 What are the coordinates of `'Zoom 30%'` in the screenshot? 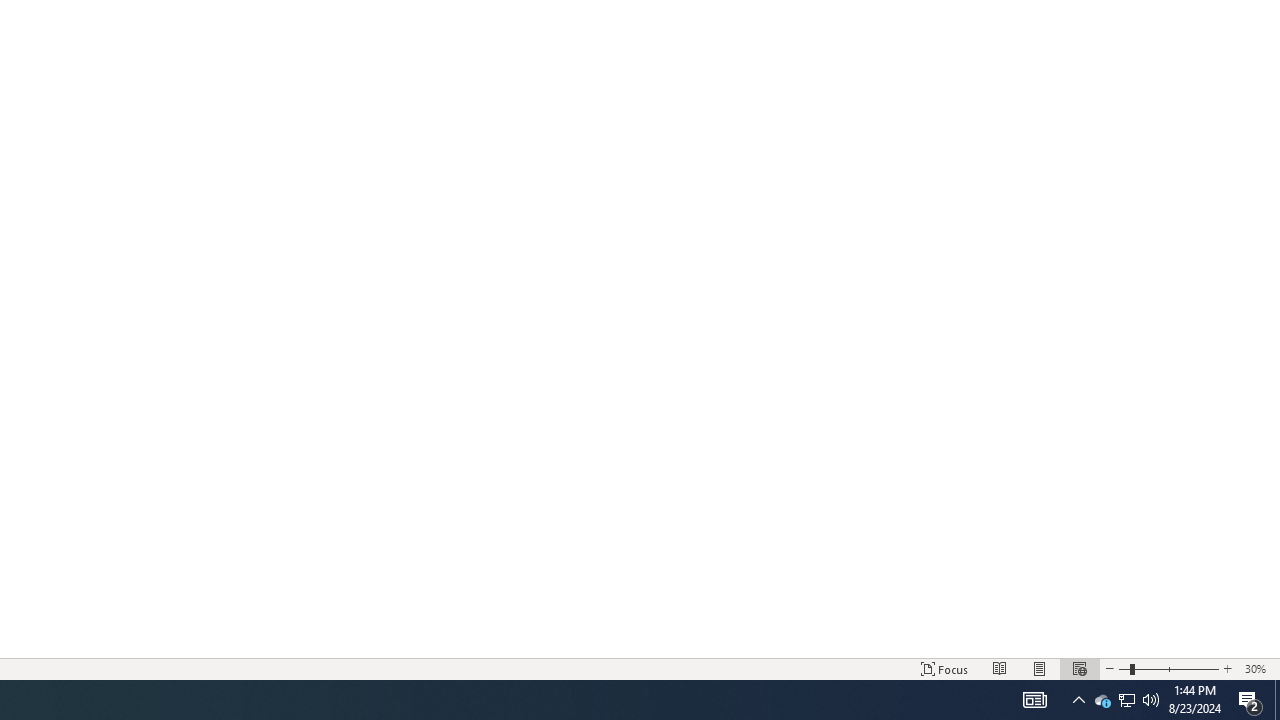 It's located at (1257, 669).